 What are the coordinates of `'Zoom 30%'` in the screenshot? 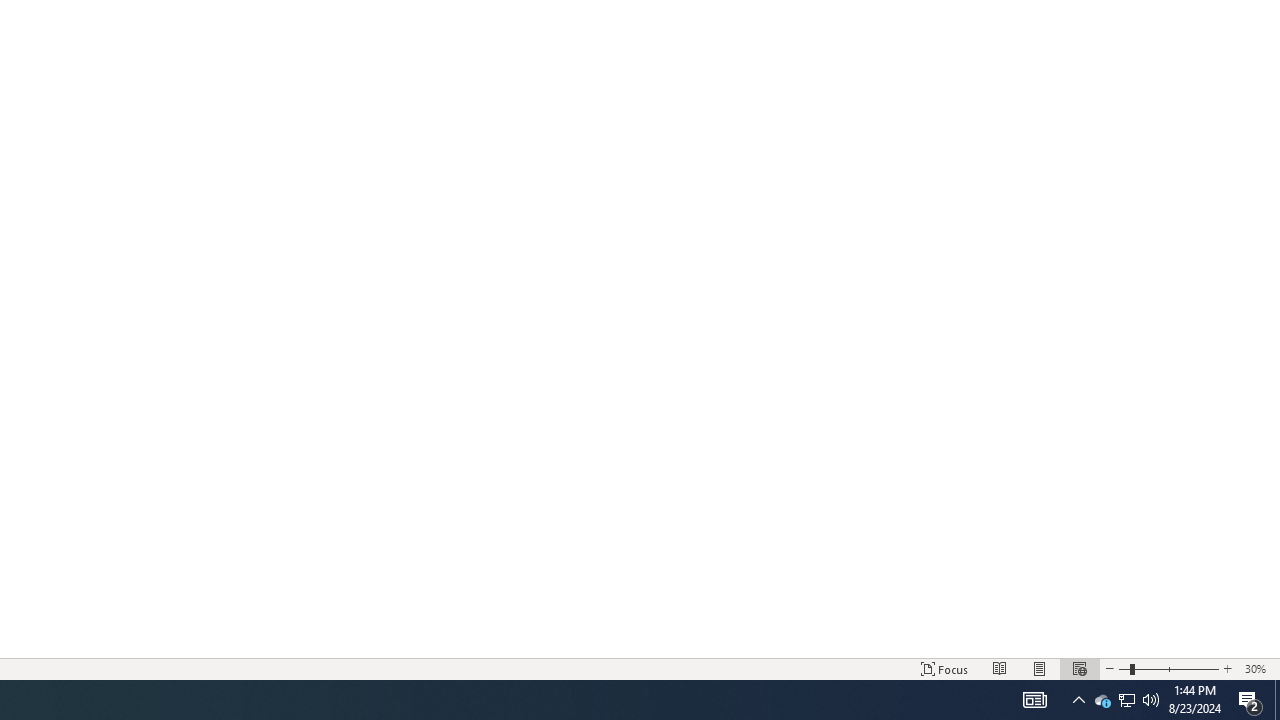 It's located at (1257, 669).